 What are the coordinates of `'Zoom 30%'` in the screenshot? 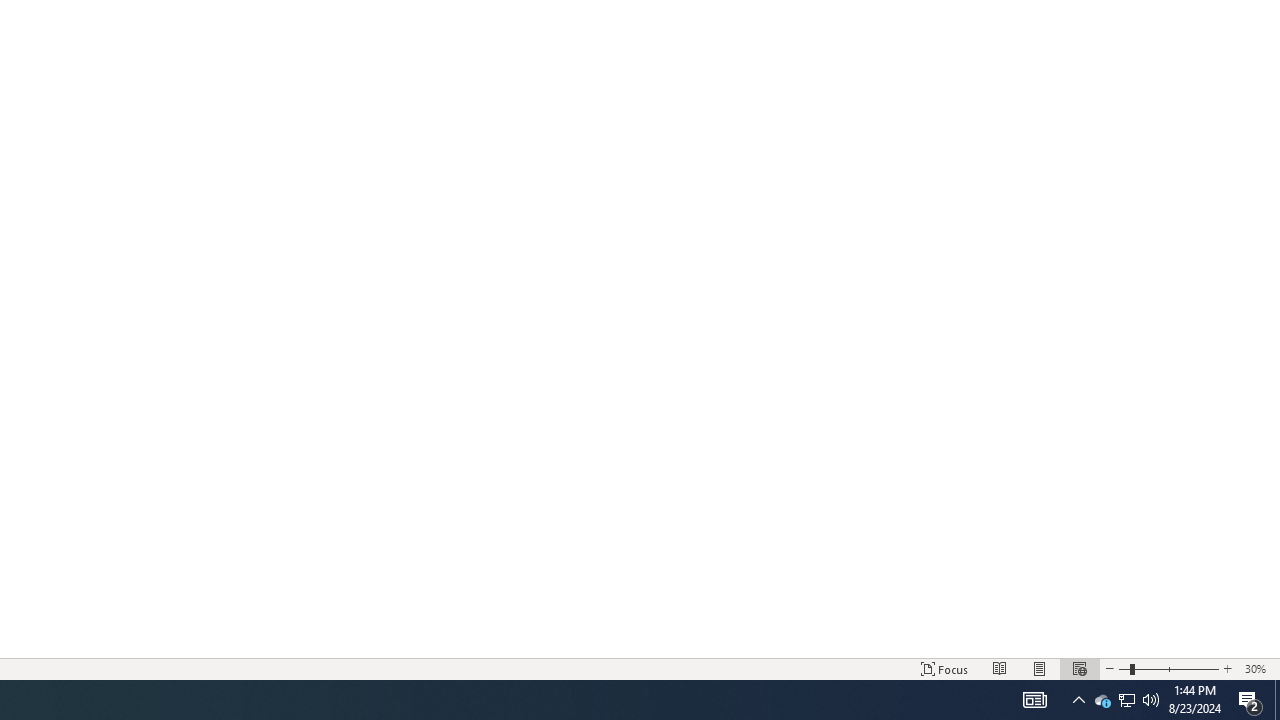 It's located at (1257, 669).